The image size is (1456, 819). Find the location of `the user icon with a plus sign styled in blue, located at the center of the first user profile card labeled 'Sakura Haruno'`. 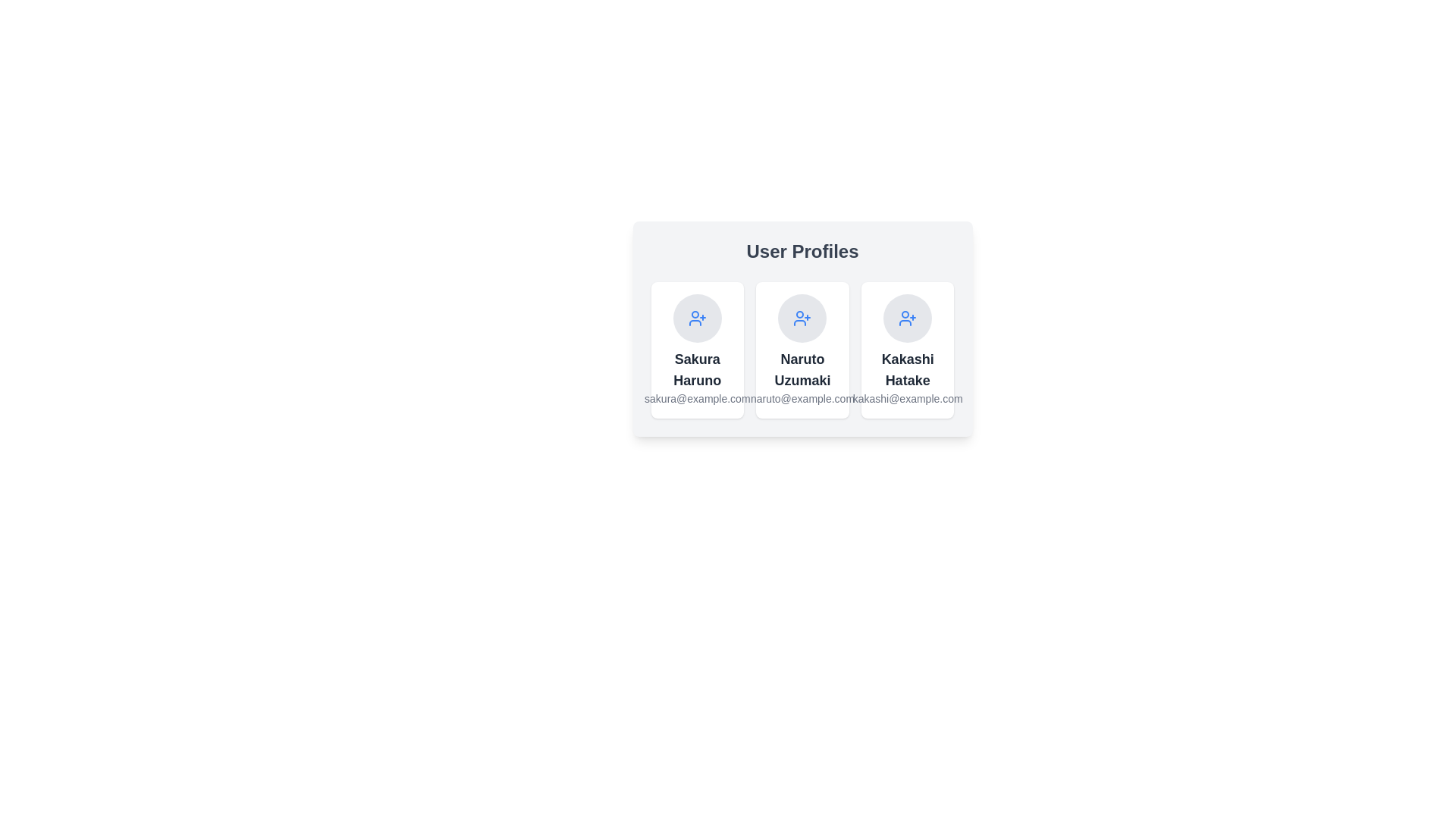

the user icon with a plus sign styled in blue, located at the center of the first user profile card labeled 'Sakura Haruno' is located at coordinates (696, 318).